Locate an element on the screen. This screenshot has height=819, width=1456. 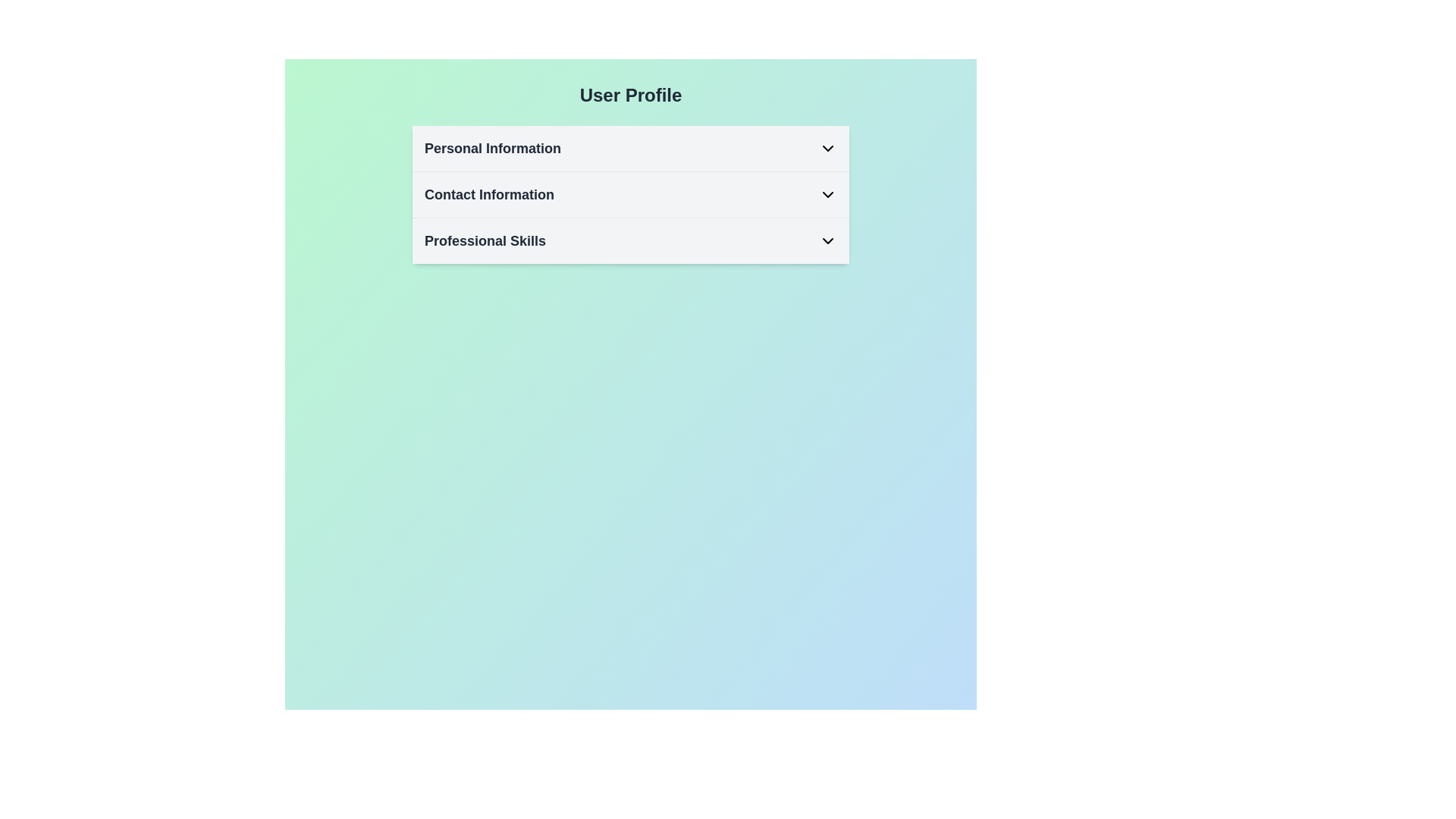
the chevron icon on the far-right side of the 'Professional Skills' row is located at coordinates (827, 240).